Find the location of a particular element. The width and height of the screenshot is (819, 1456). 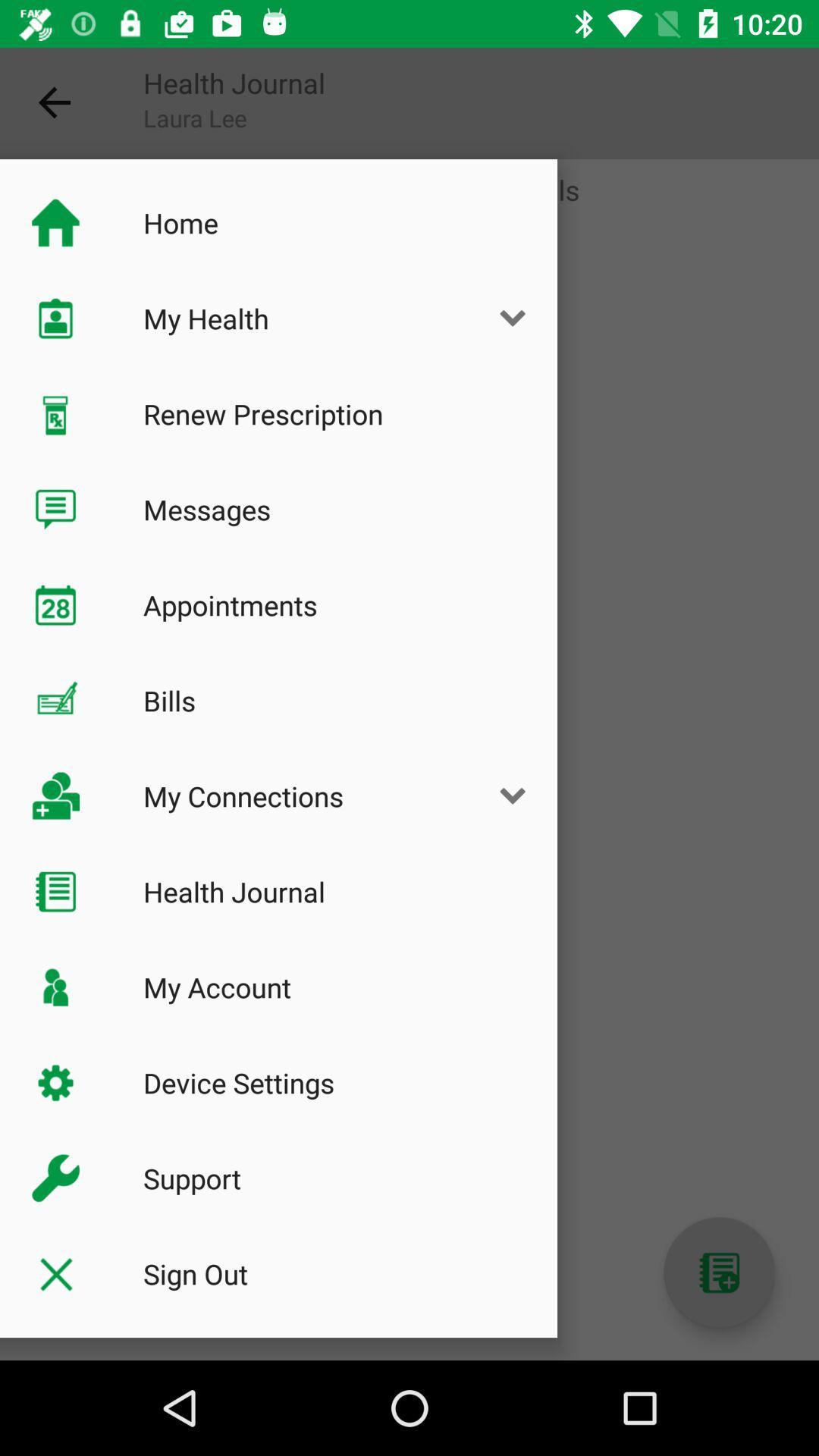

the icon at the bottom right corner is located at coordinates (718, 1272).